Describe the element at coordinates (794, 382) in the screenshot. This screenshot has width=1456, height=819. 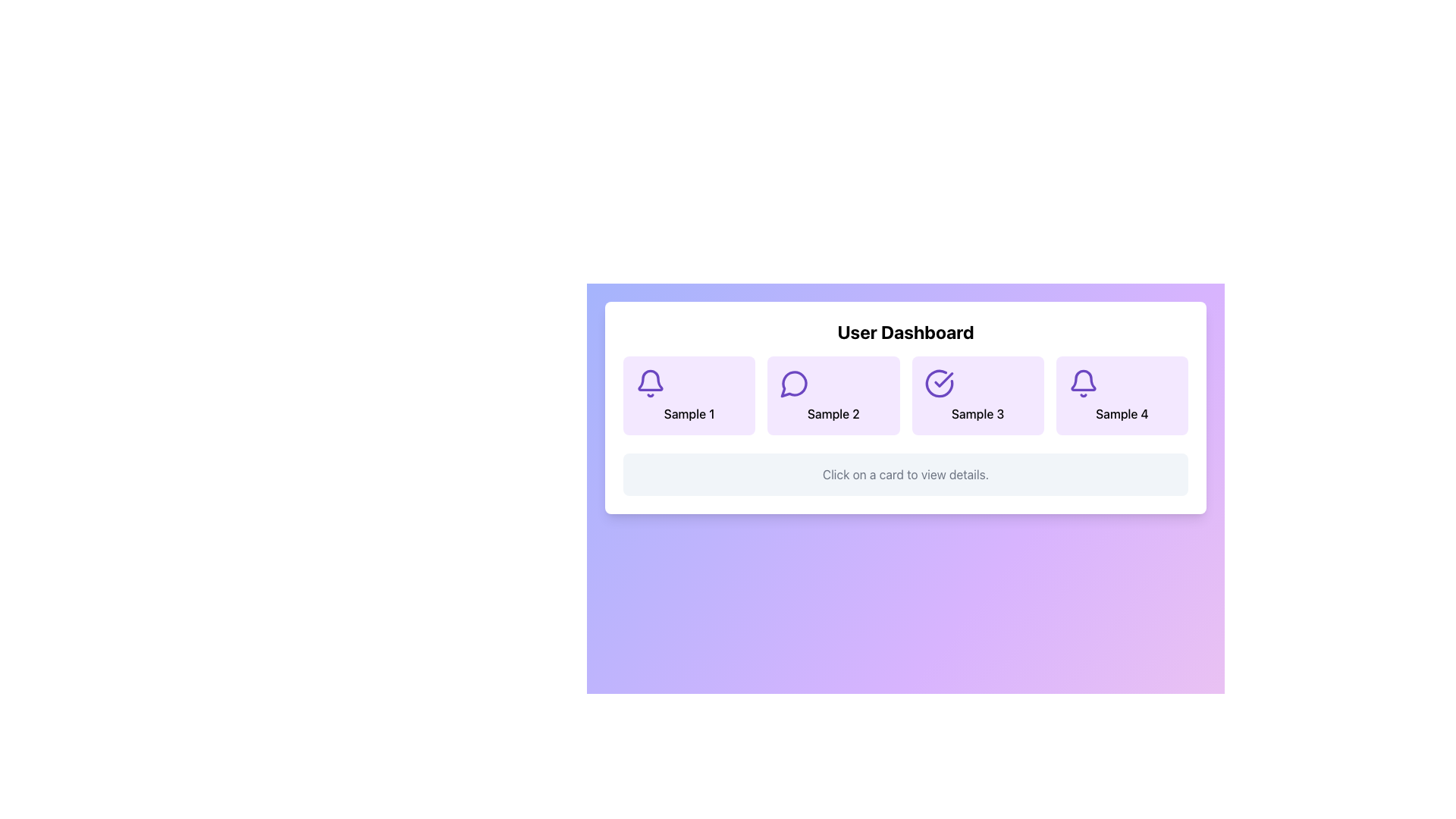
I see `the speech bubble icon with purple strokes located at the top of the 'Sample 2' card` at that location.